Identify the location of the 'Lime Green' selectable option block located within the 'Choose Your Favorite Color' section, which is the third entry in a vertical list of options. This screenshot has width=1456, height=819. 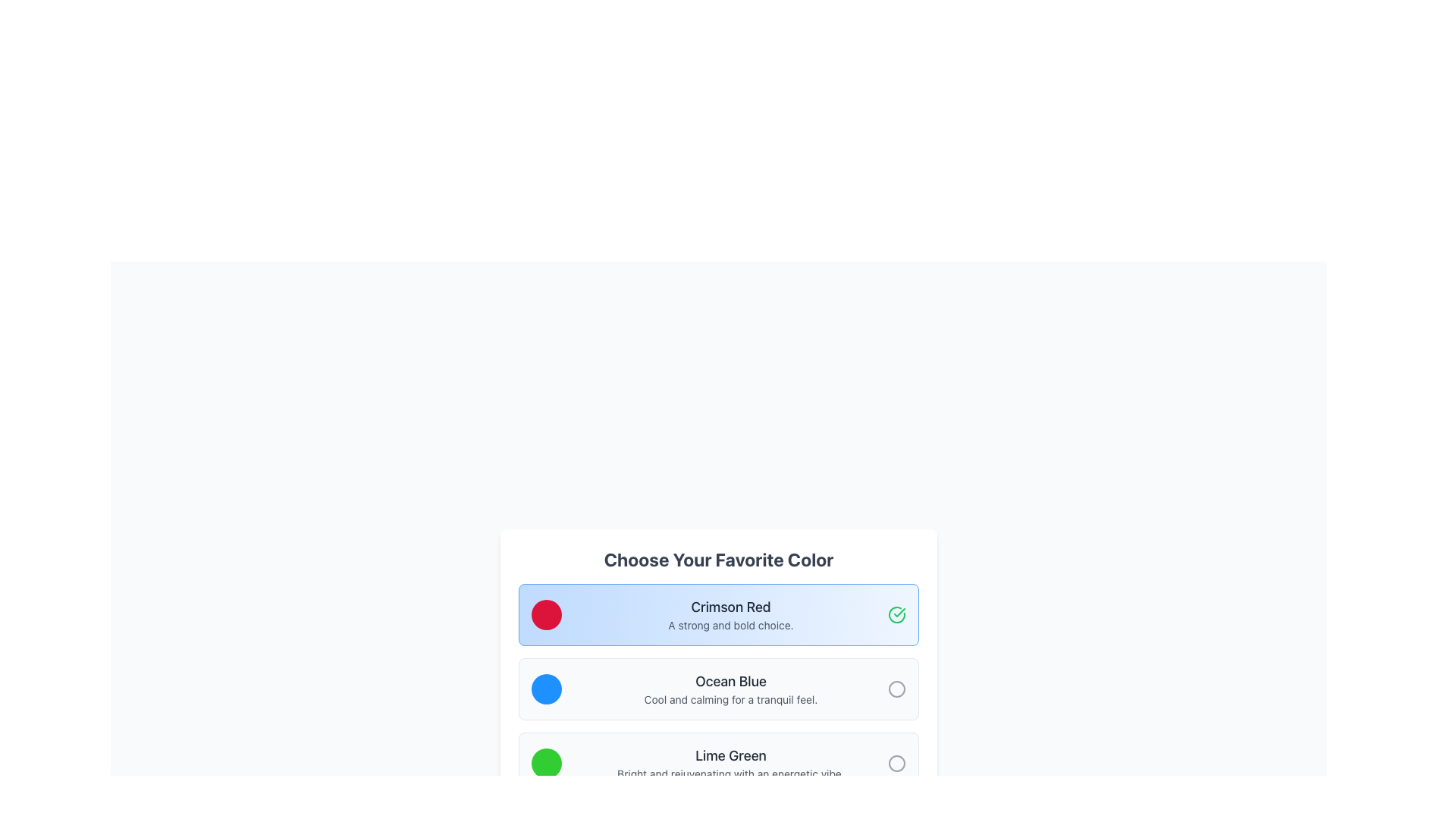
(718, 763).